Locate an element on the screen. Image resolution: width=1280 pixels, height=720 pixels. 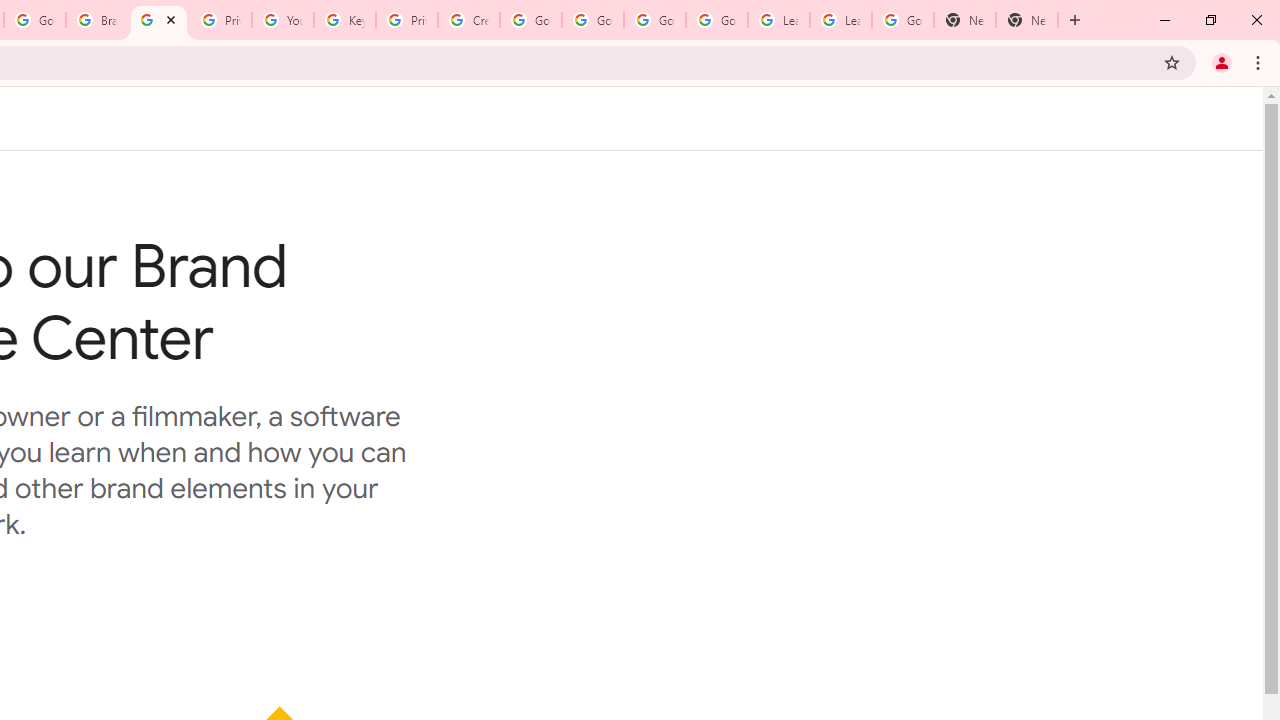
'New Tab' is located at coordinates (965, 20).